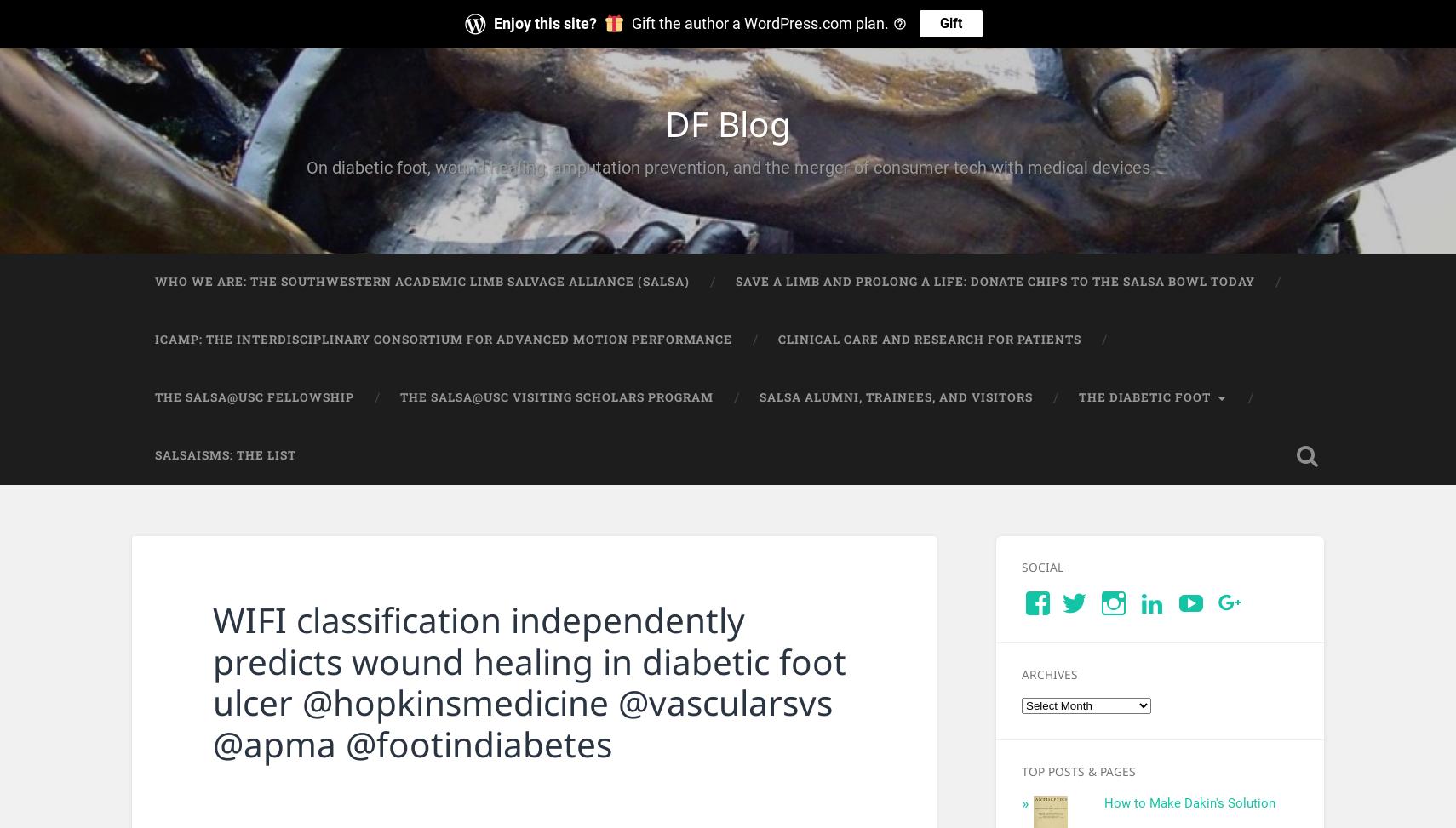 This screenshot has width=1456, height=828. What do you see at coordinates (529, 680) in the screenshot?
I see `'WIFI classification independently predicts wound healing in diabetic foot ulcer @hopkinsmedicine @vascularsvs @apma @footindiabetes'` at bounding box center [529, 680].